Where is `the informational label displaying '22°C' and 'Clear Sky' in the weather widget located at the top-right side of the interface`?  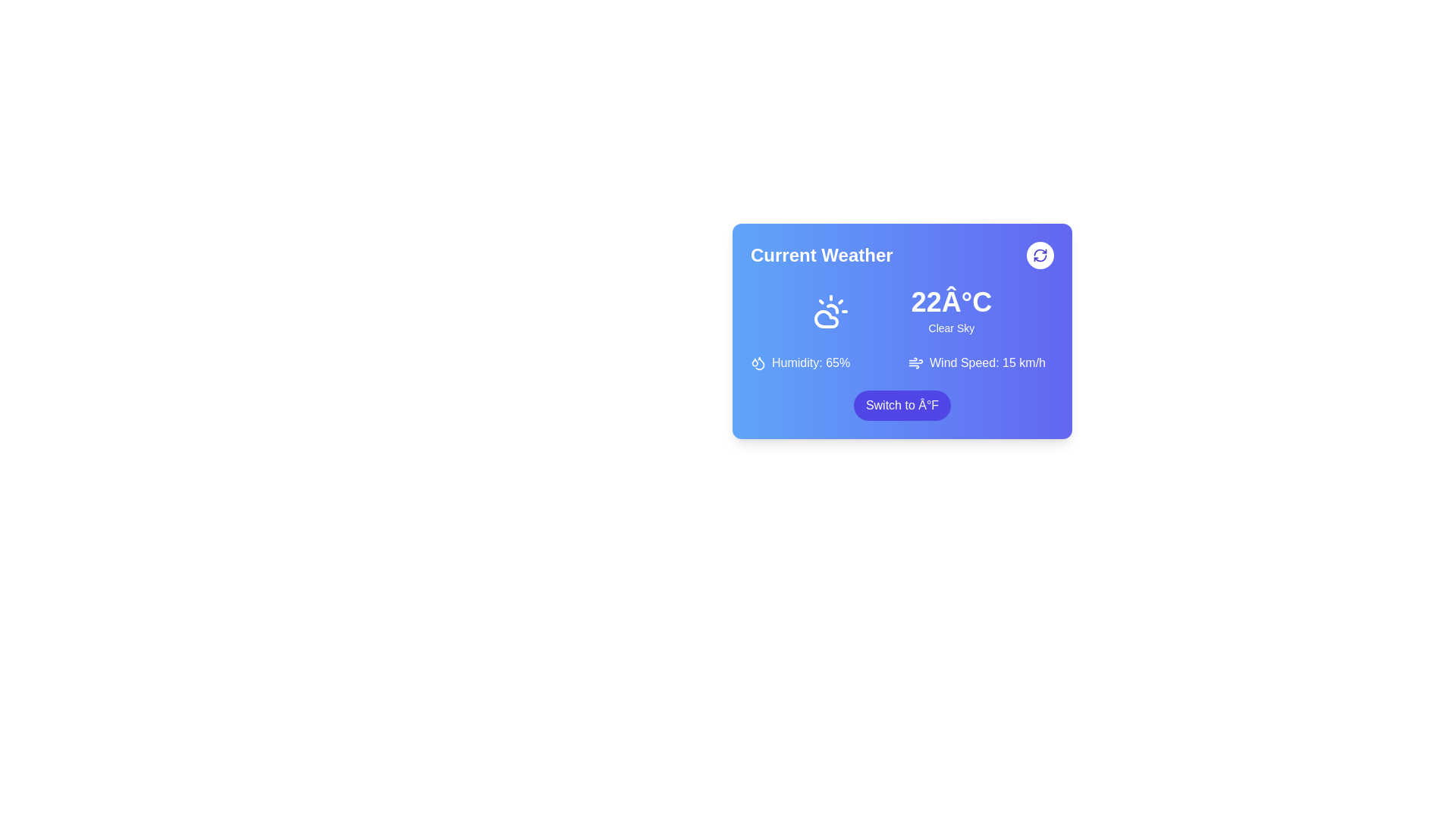 the informational label displaying '22°C' and 'Clear Sky' in the weather widget located at the top-right side of the interface is located at coordinates (950, 311).